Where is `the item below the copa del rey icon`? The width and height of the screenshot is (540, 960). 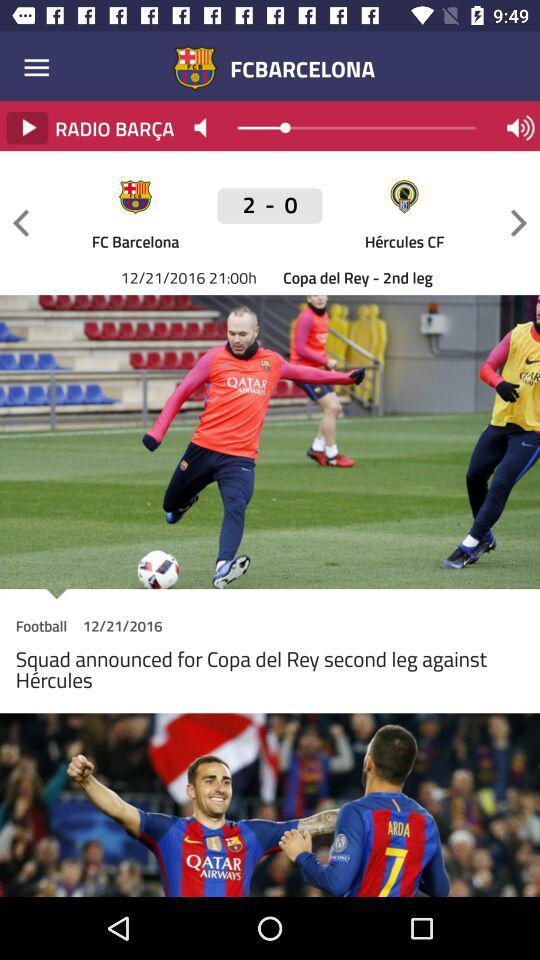
the item below the copa del rey icon is located at coordinates (270, 594).